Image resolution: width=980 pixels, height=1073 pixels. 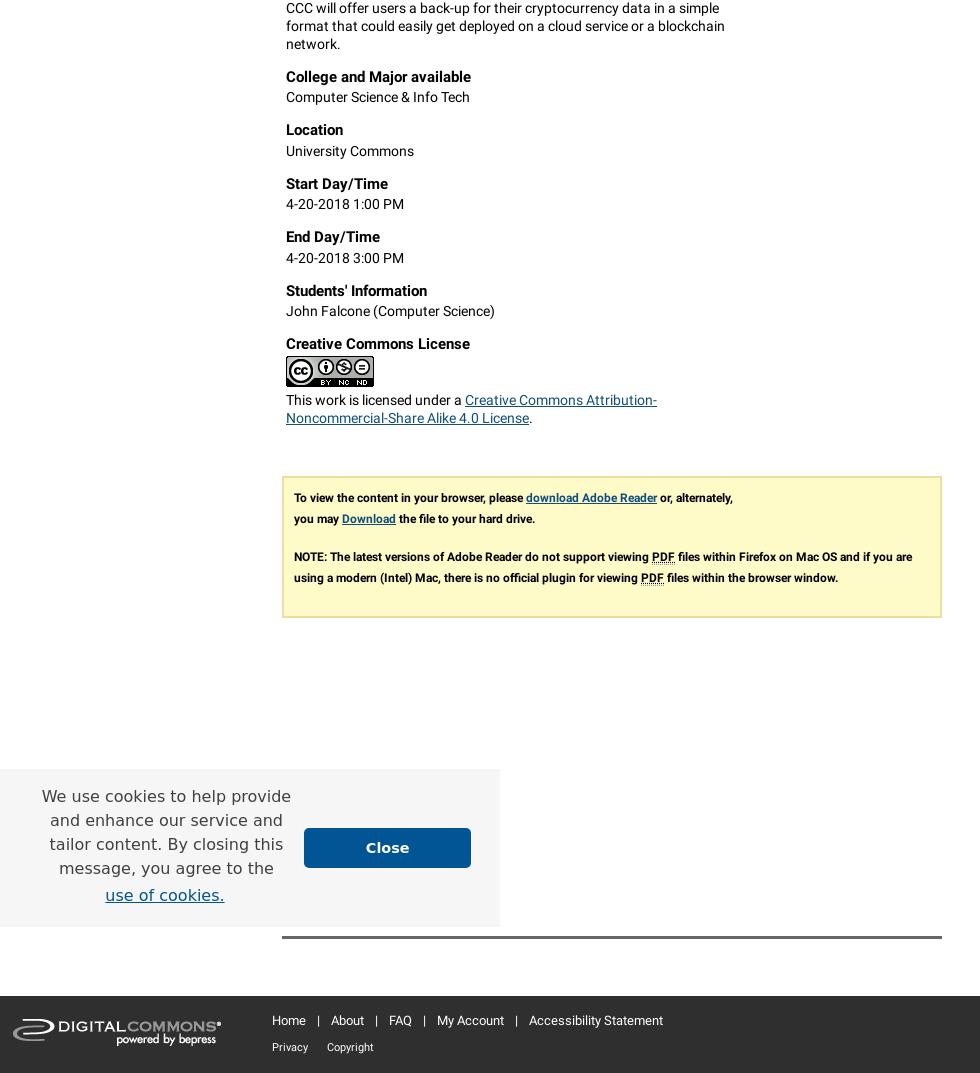 I want to click on 'Download', so click(x=368, y=518).